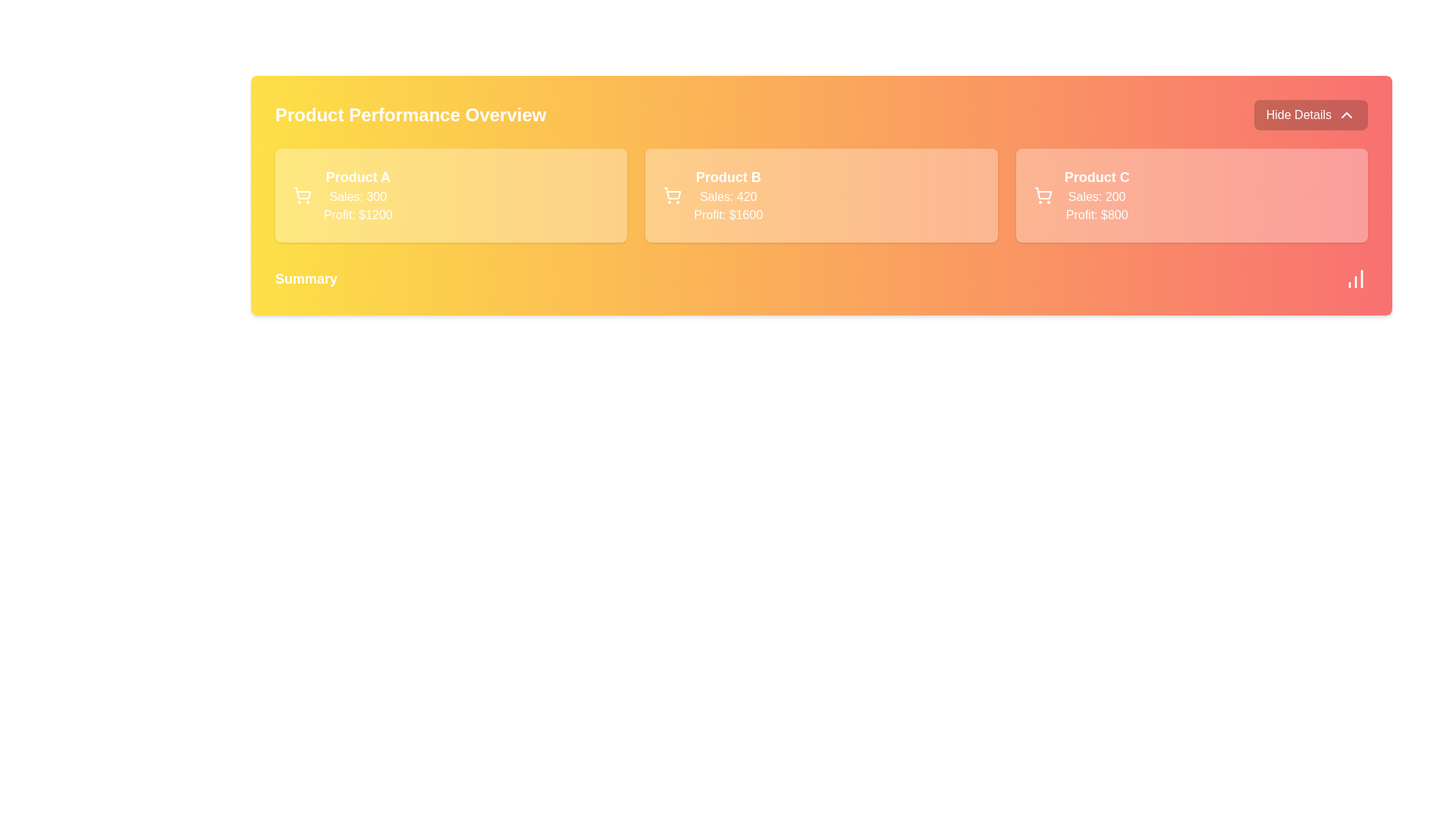 Image resolution: width=1456 pixels, height=819 pixels. I want to click on Text Label which serves as the title or heading for the product information card, positioned at the top left corner of the card, so click(357, 177).